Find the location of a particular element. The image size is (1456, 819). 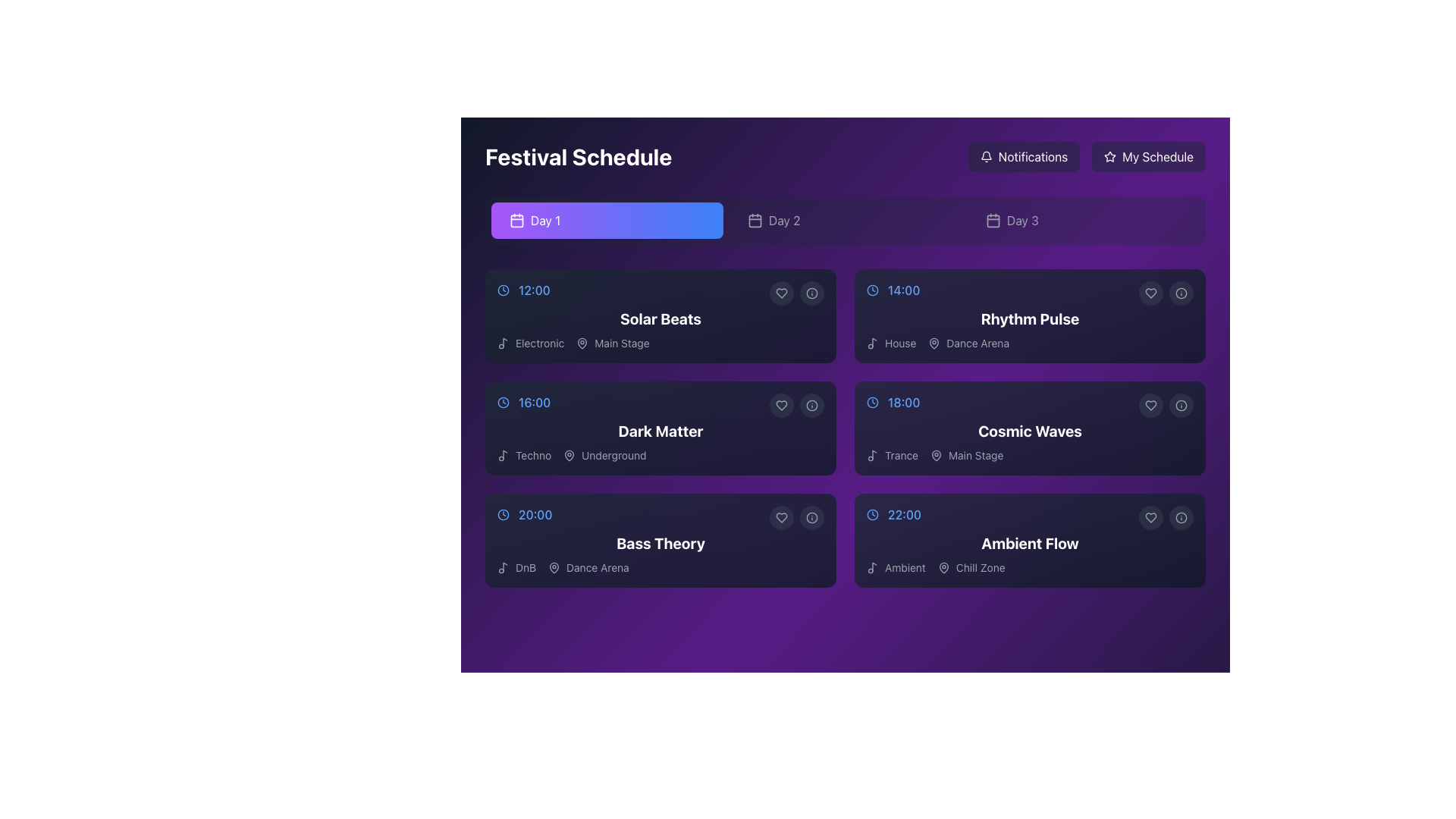

the map pin icon indicating the location of the 'Dance Arena' venue, located to the left of the venue name in the event information for 'Bass Theory' is located at coordinates (554, 567).